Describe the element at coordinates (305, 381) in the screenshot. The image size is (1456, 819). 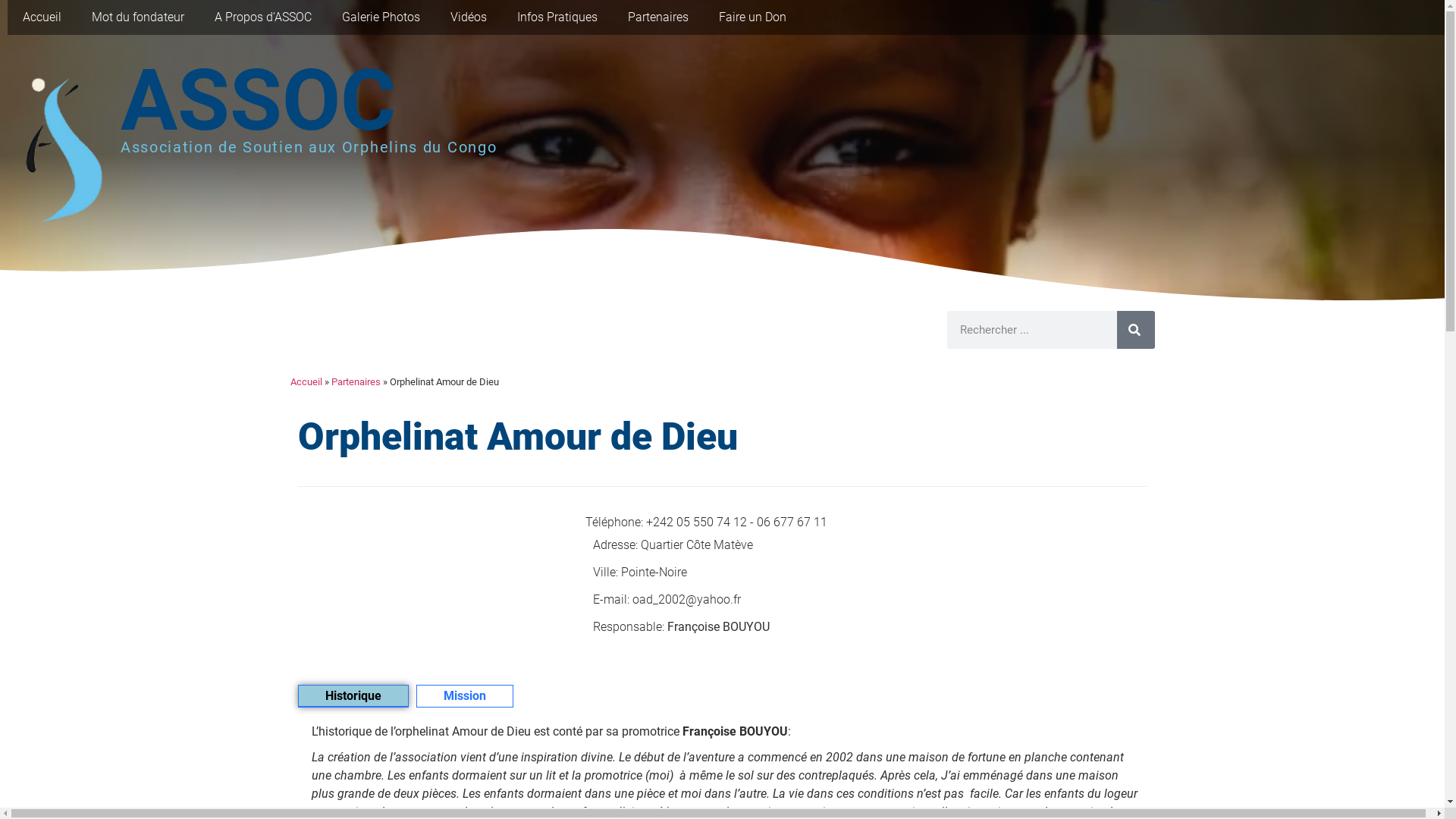
I see `'Accueil'` at that location.